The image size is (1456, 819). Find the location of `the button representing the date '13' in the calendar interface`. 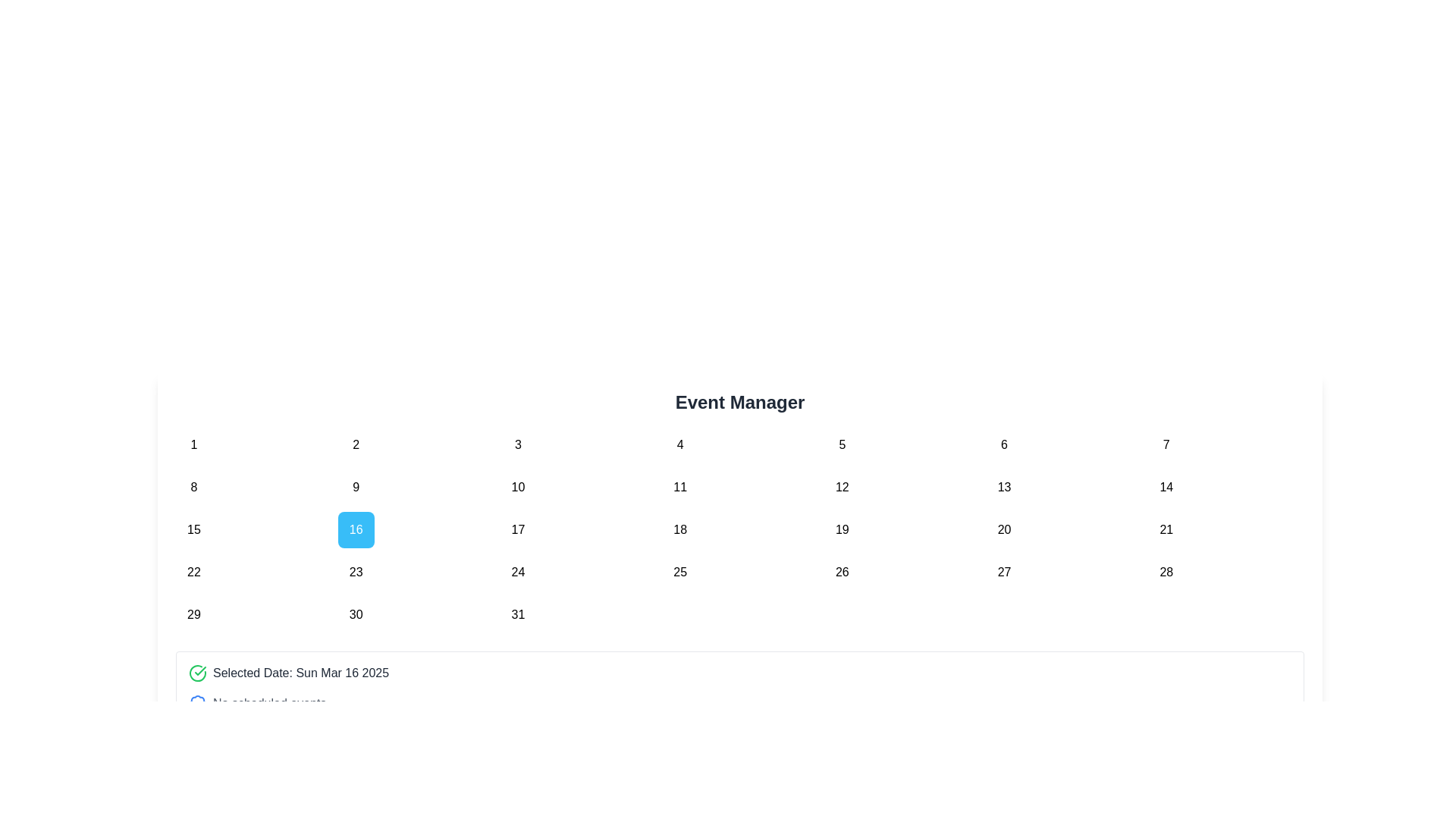

the button representing the date '13' in the calendar interface is located at coordinates (1004, 488).